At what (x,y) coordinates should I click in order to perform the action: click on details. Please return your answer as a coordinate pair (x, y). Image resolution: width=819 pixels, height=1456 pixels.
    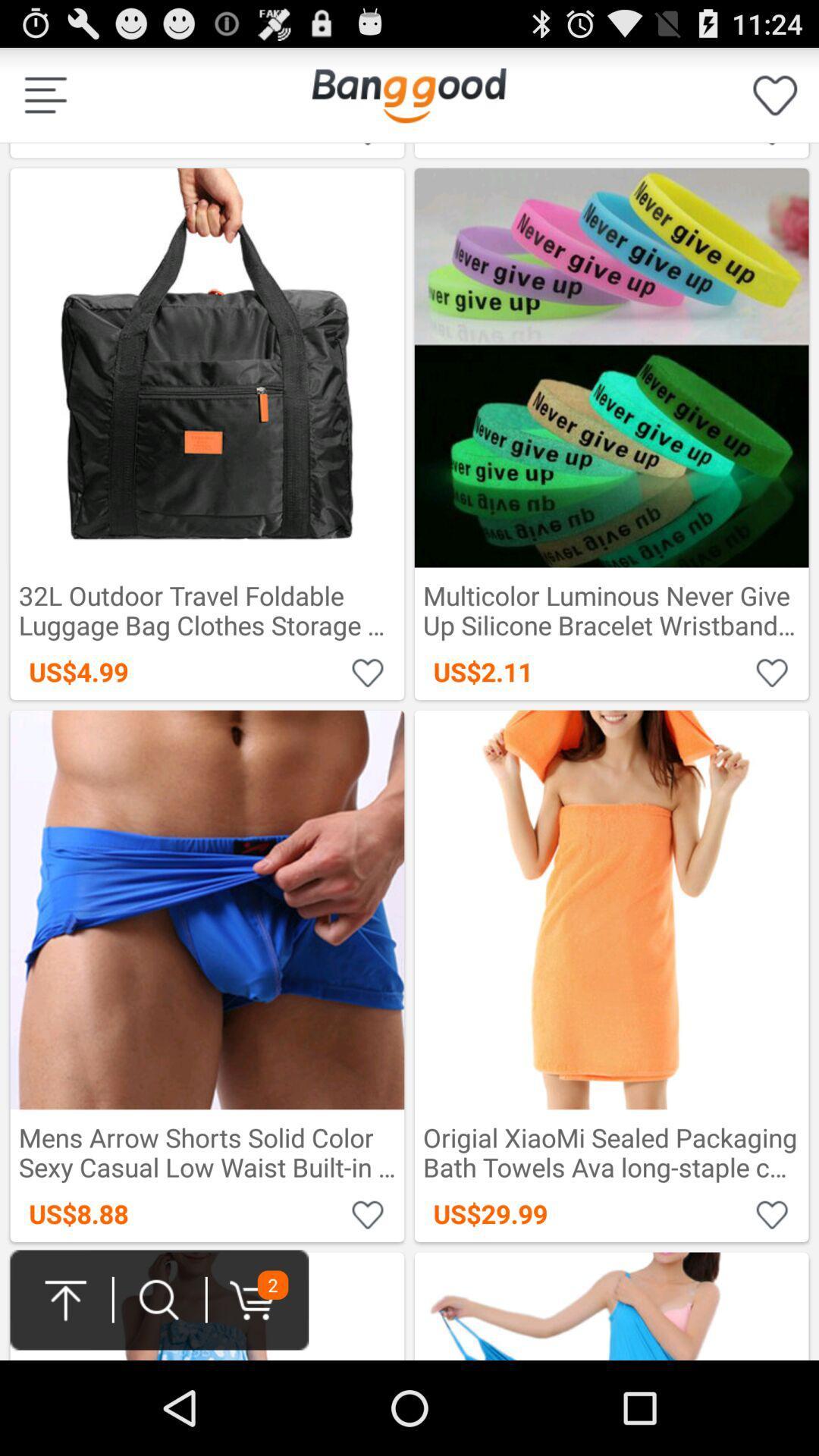
    Looking at the image, I should click on (45, 94).